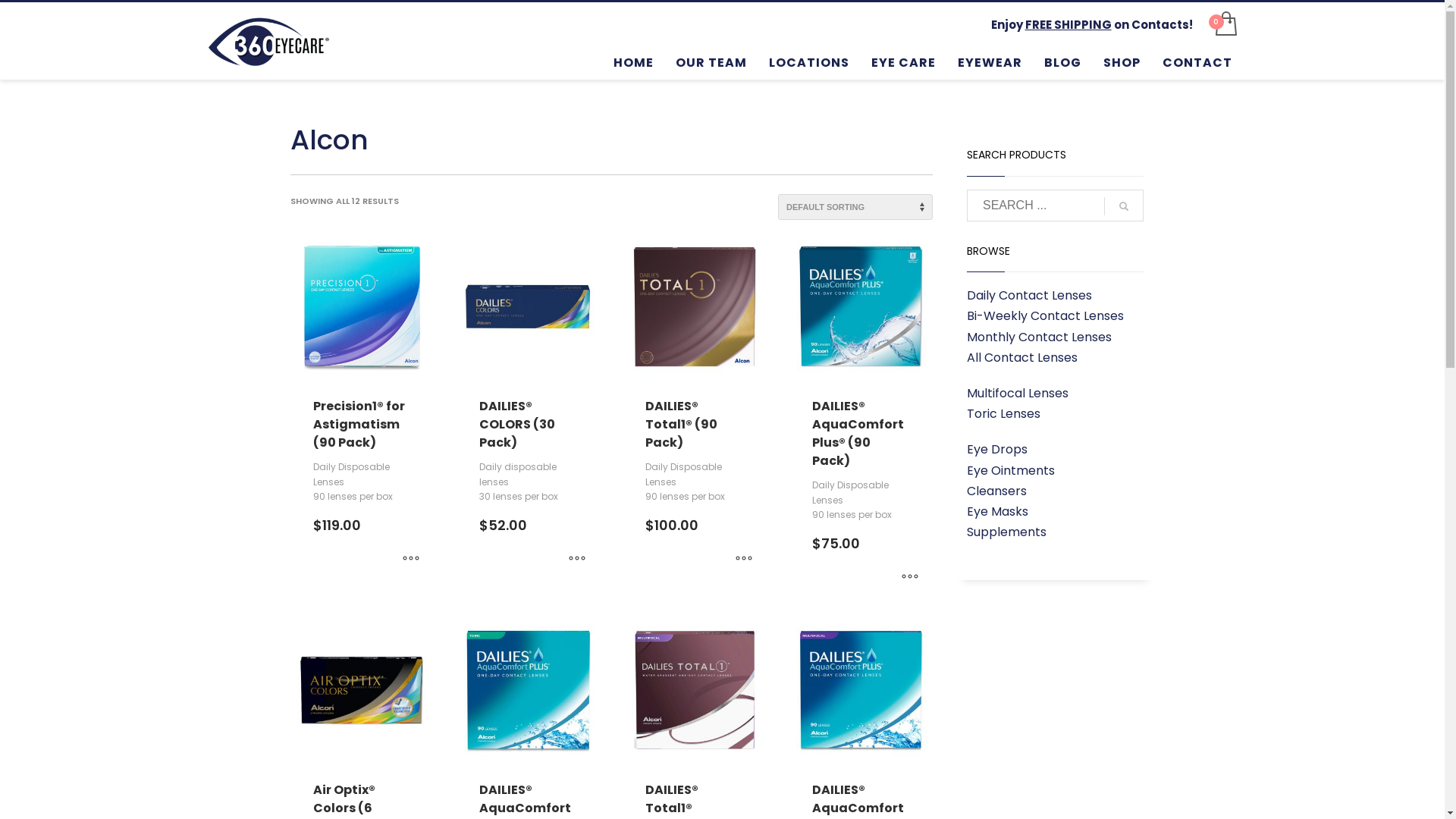 The image size is (1456, 819). What do you see at coordinates (633, 61) in the screenshot?
I see `'HOME'` at bounding box center [633, 61].